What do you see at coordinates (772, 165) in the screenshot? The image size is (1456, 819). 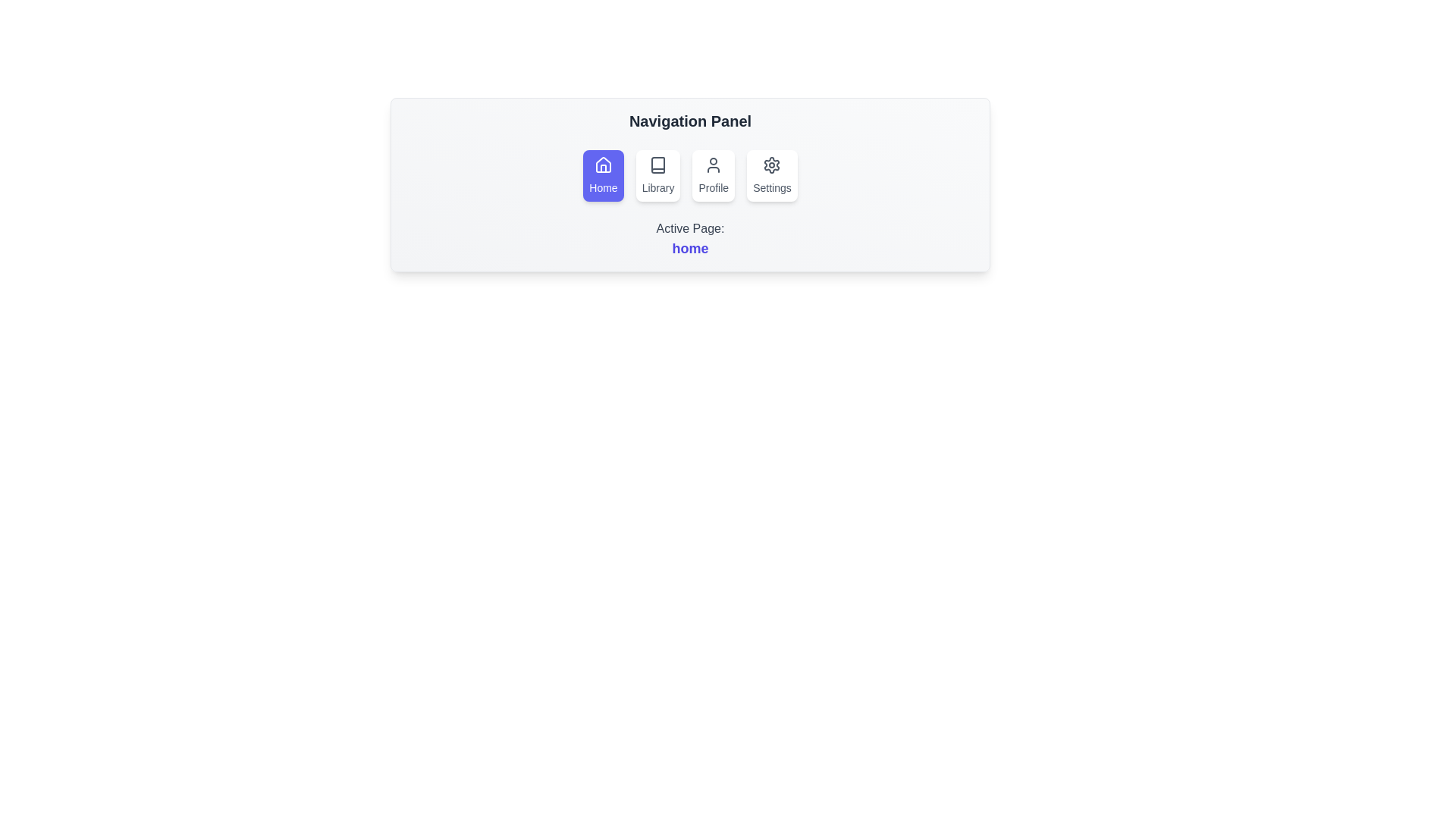 I see `the 'Settings' icon, which is the fourth button in the navigation panel` at bounding box center [772, 165].